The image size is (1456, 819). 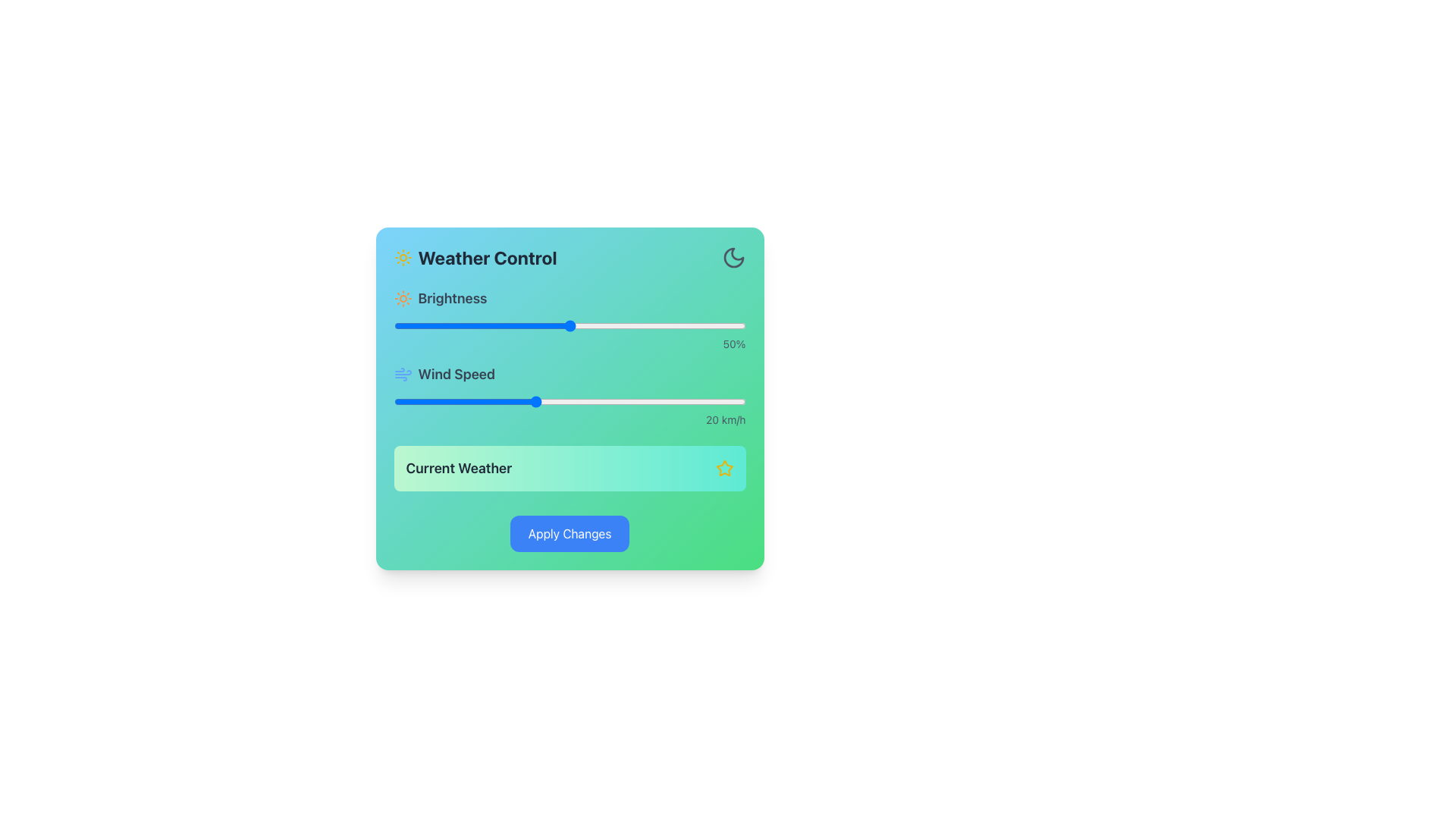 I want to click on the 'Wind Speed' icon in the weather control application, which is positioned to the left of the 'Wind Speed' label, so click(x=403, y=374).